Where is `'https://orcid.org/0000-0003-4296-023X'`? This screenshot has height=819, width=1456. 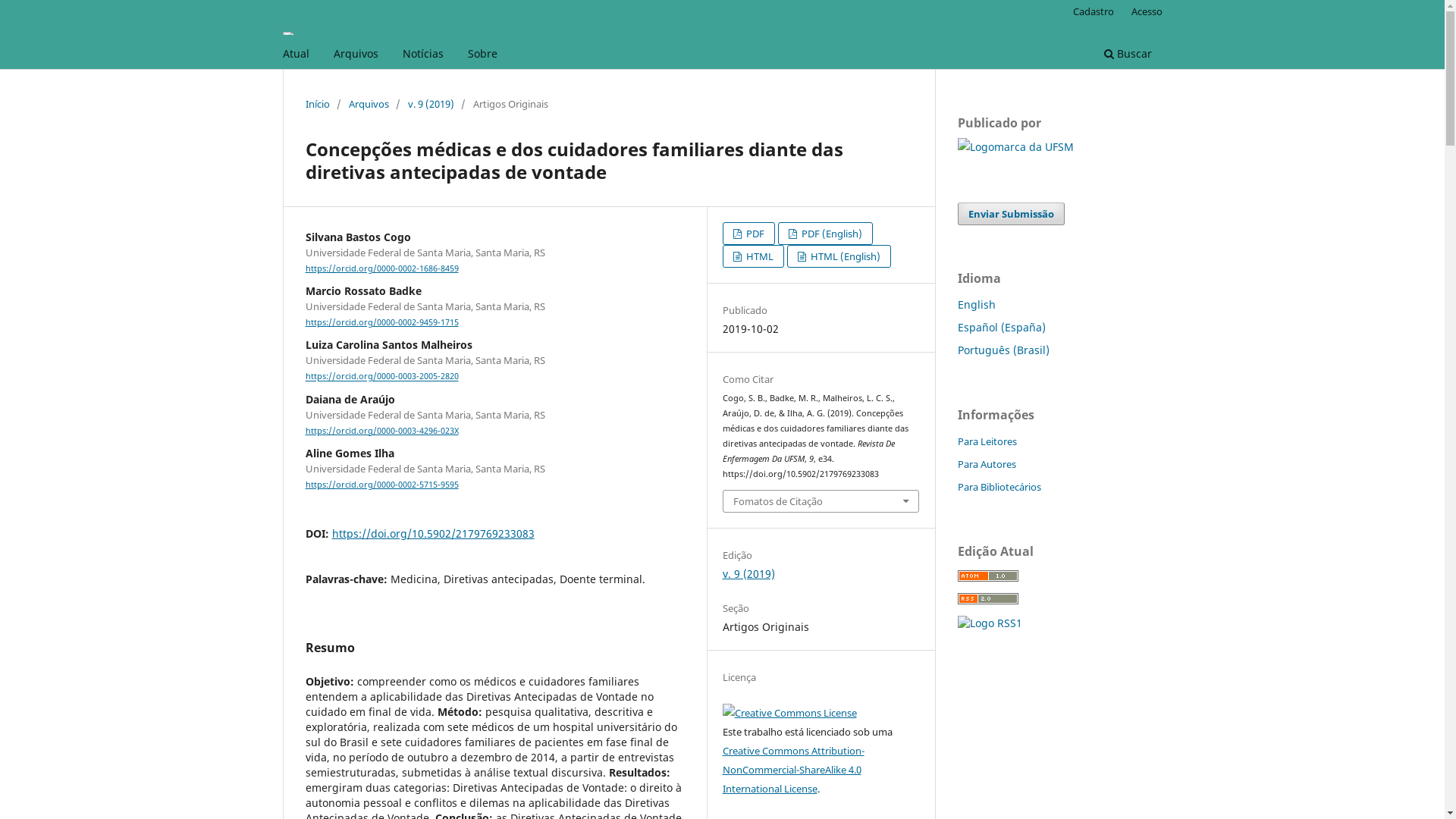 'https://orcid.org/0000-0003-4296-023X' is located at coordinates (381, 430).